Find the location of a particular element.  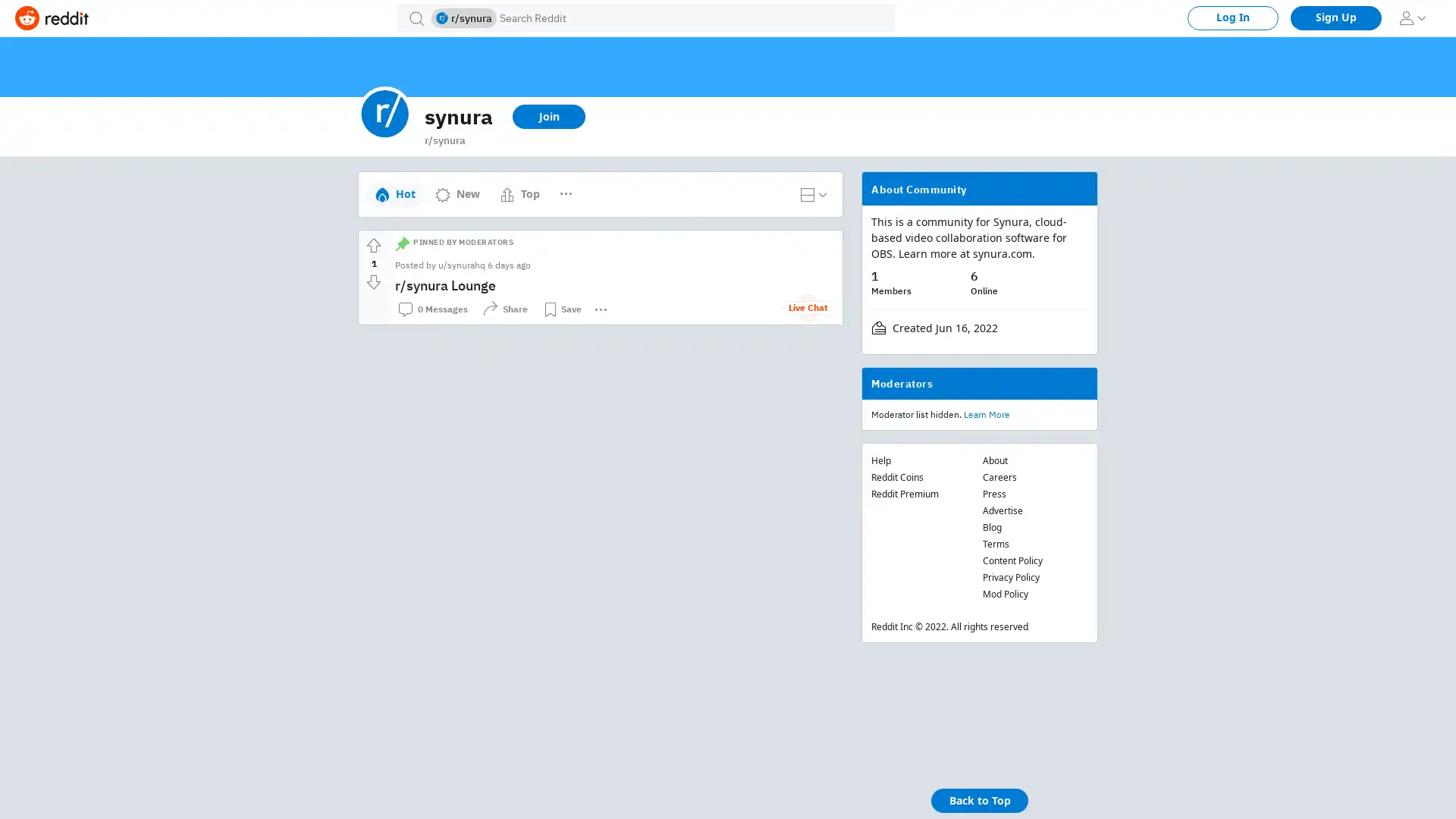

Top is located at coordinates (519, 193).